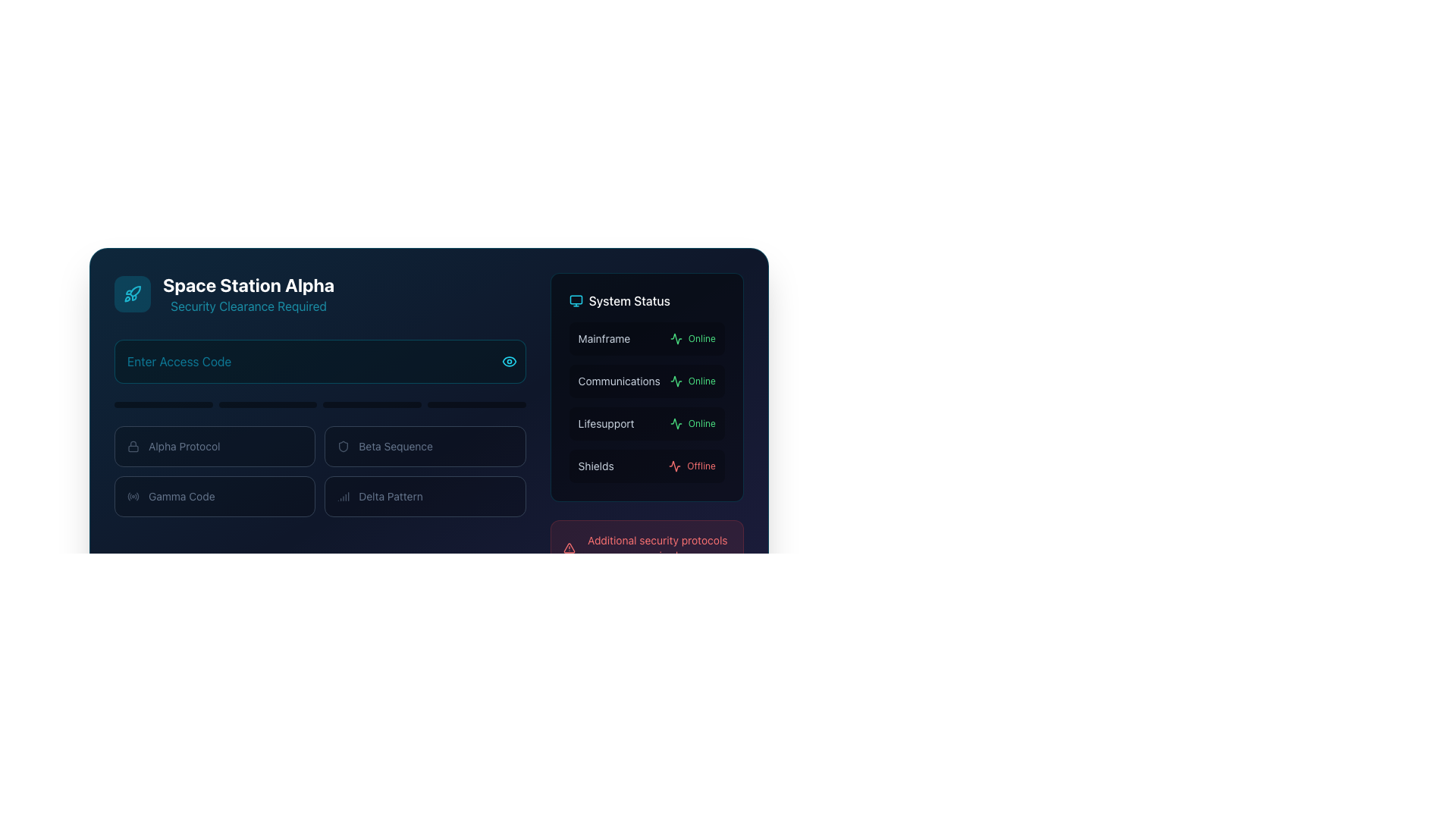 The height and width of the screenshot is (819, 1456). I want to click on the text label displaying 'Additional security protocols required', which is styled in red and positioned at the bottom-right of the layout, so click(657, 548).